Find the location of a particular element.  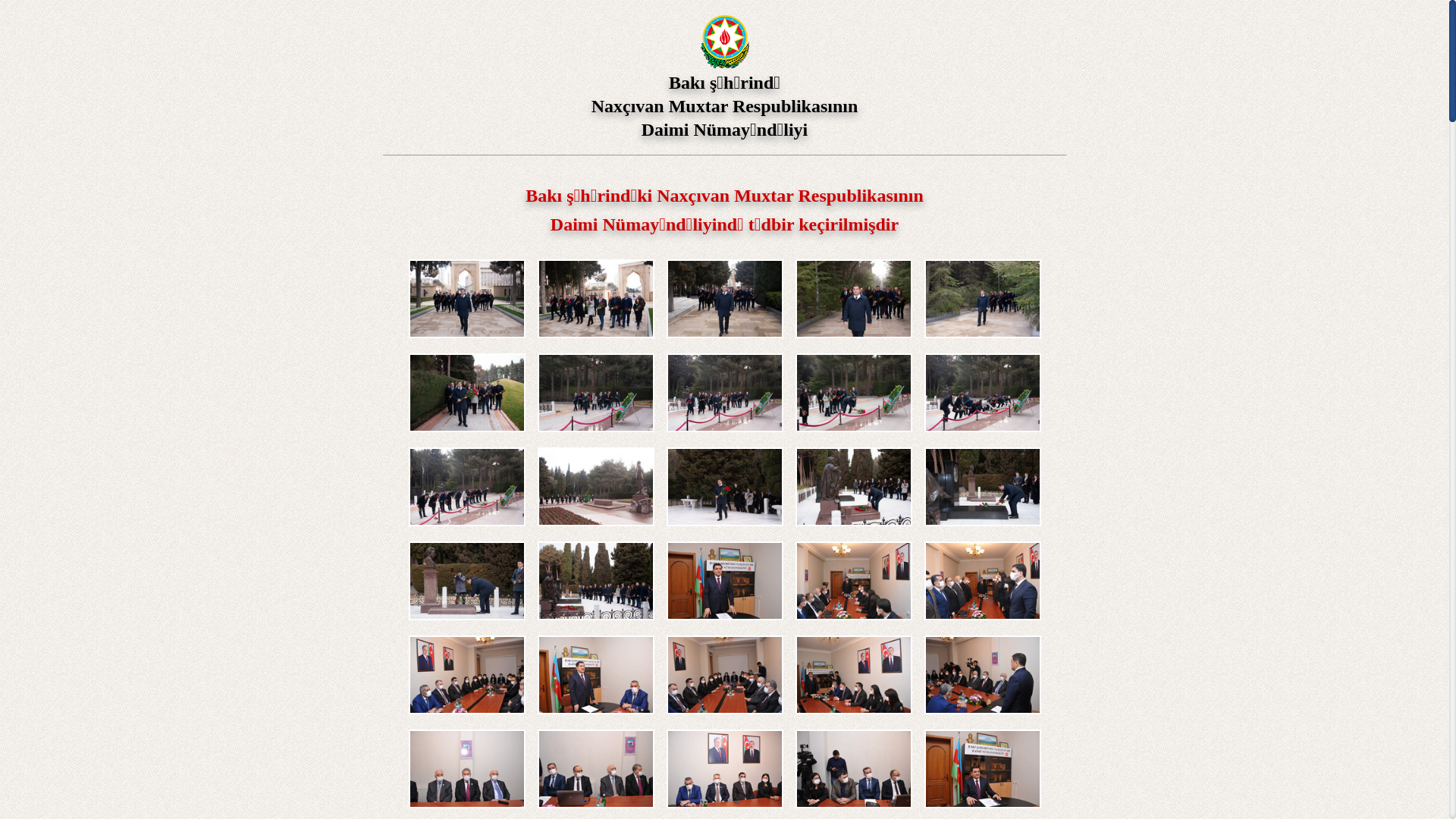

'Click to enlarge' is located at coordinates (923, 674).